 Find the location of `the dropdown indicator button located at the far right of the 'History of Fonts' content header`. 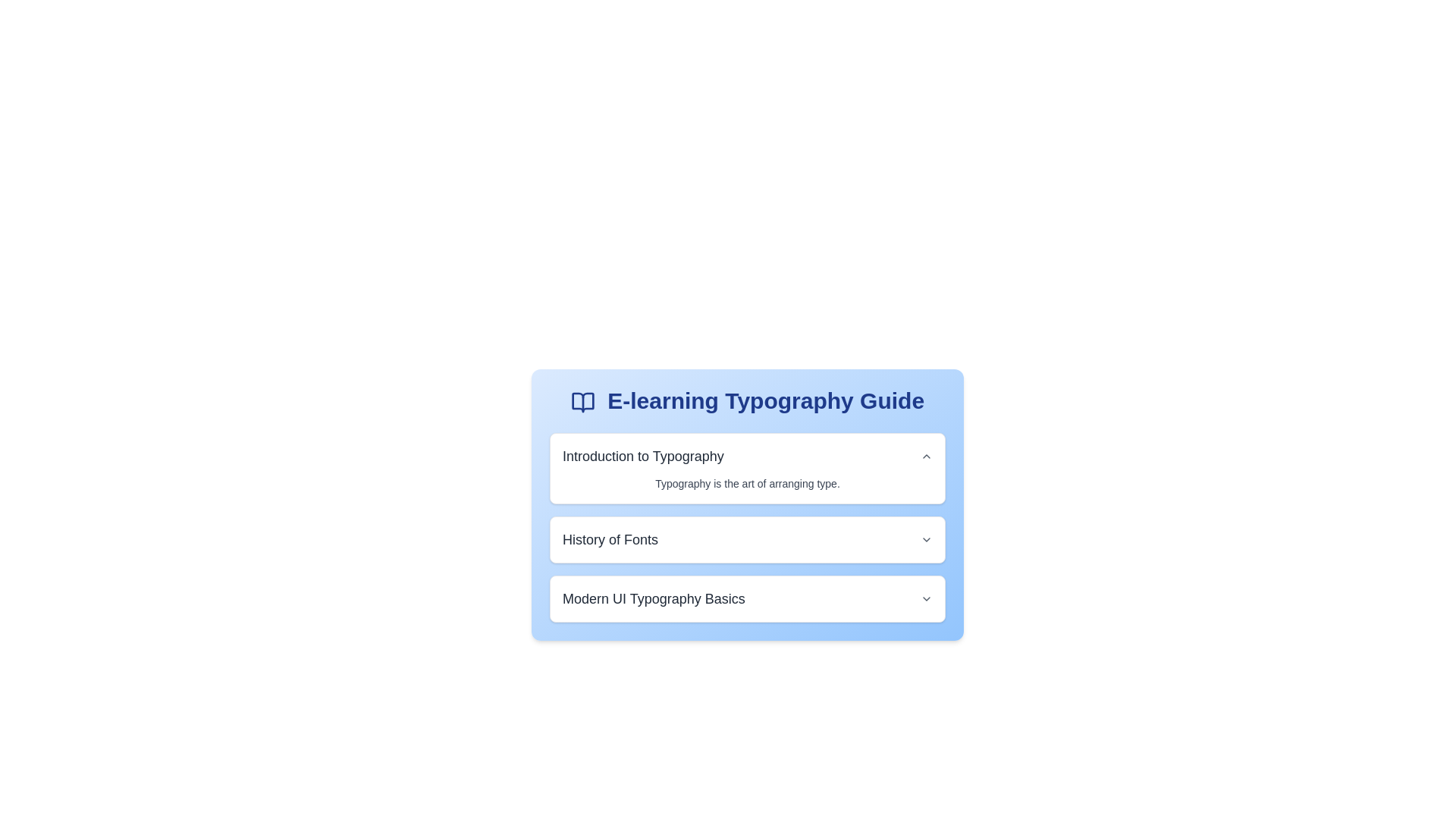

the dropdown indicator button located at the far right of the 'History of Fonts' content header is located at coordinates (926, 539).